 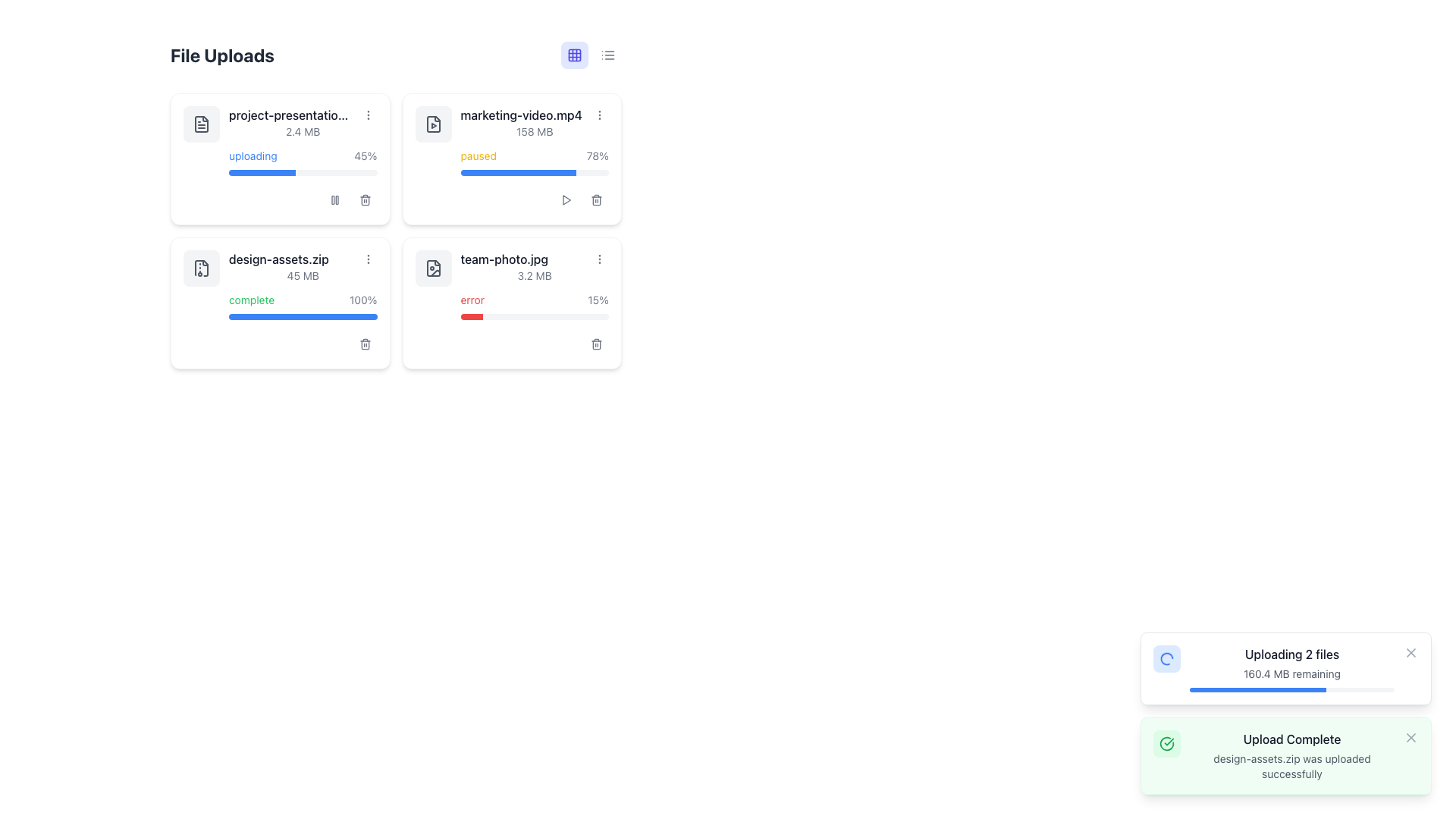 What do you see at coordinates (334, 199) in the screenshot?
I see `the pause button located in the bottom-right corner of the file upload progress card for 'project-presentation.pdf'` at bounding box center [334, 199].